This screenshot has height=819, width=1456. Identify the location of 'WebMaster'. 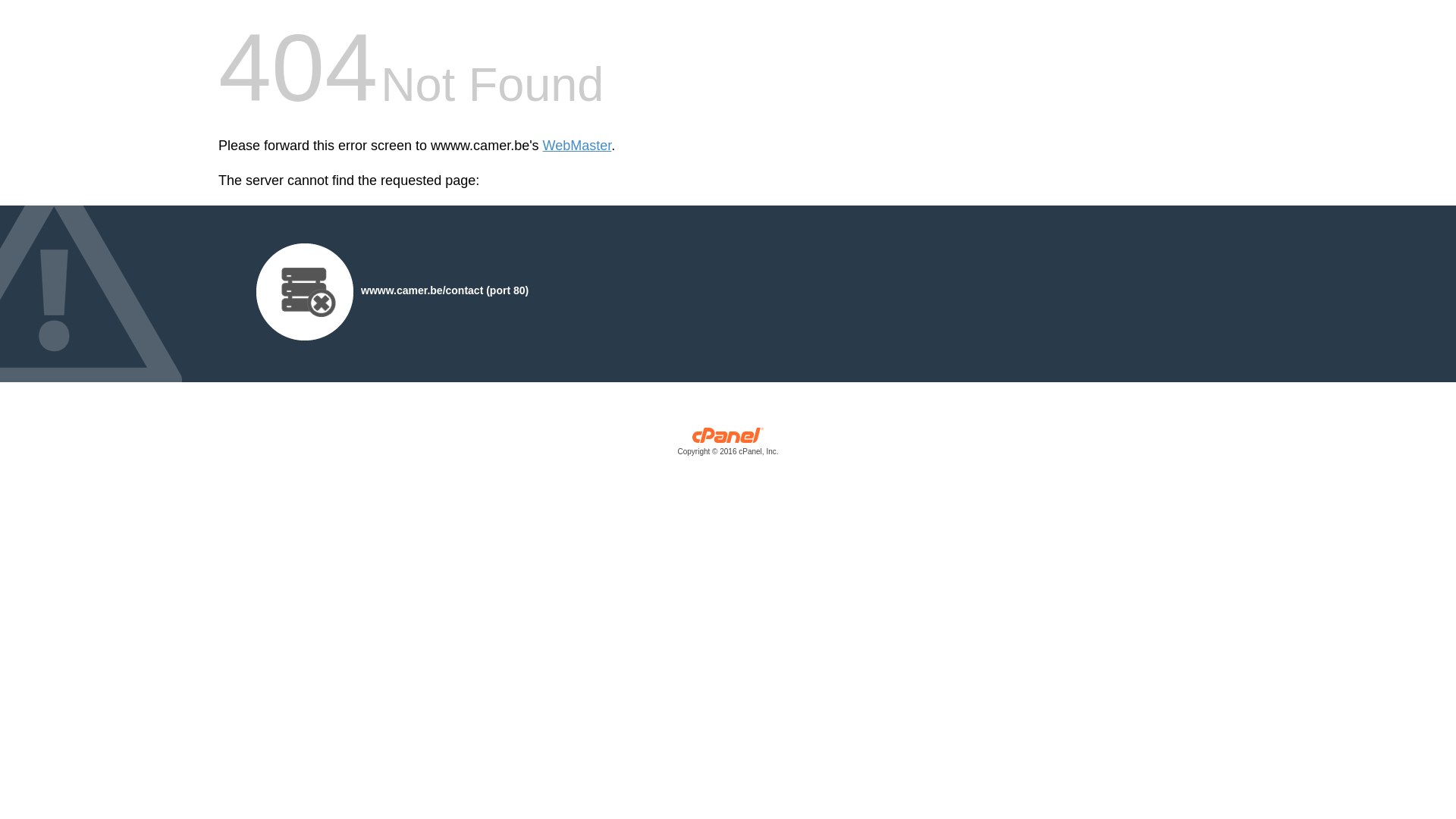
(576, 146).